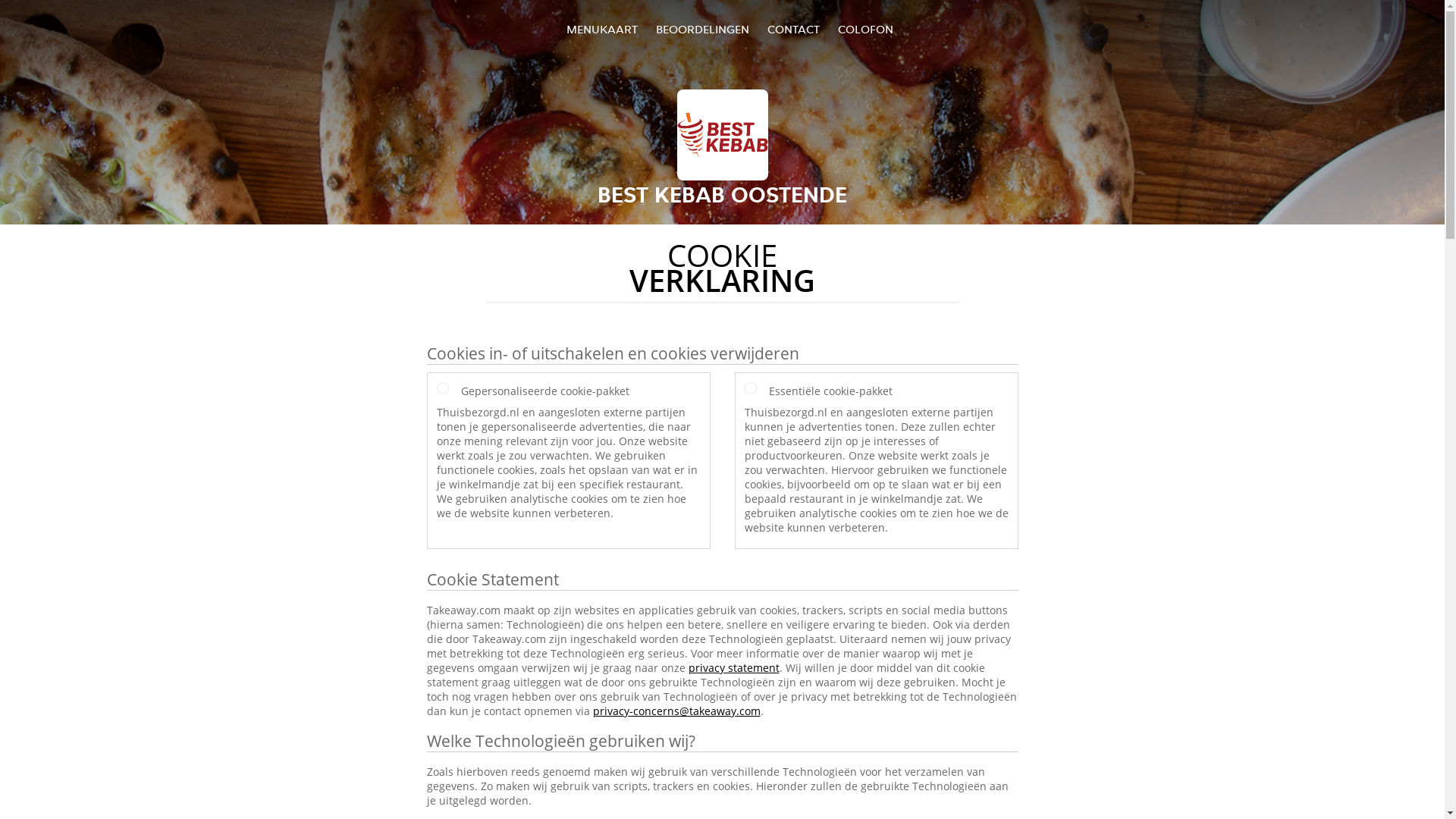 Image resolution: width=1456 pixels, height=819 pixels. What do you see at coordinates (734, 667) in the screenshot?
I see `'privacy statement'` at bounding box center [734, 667].